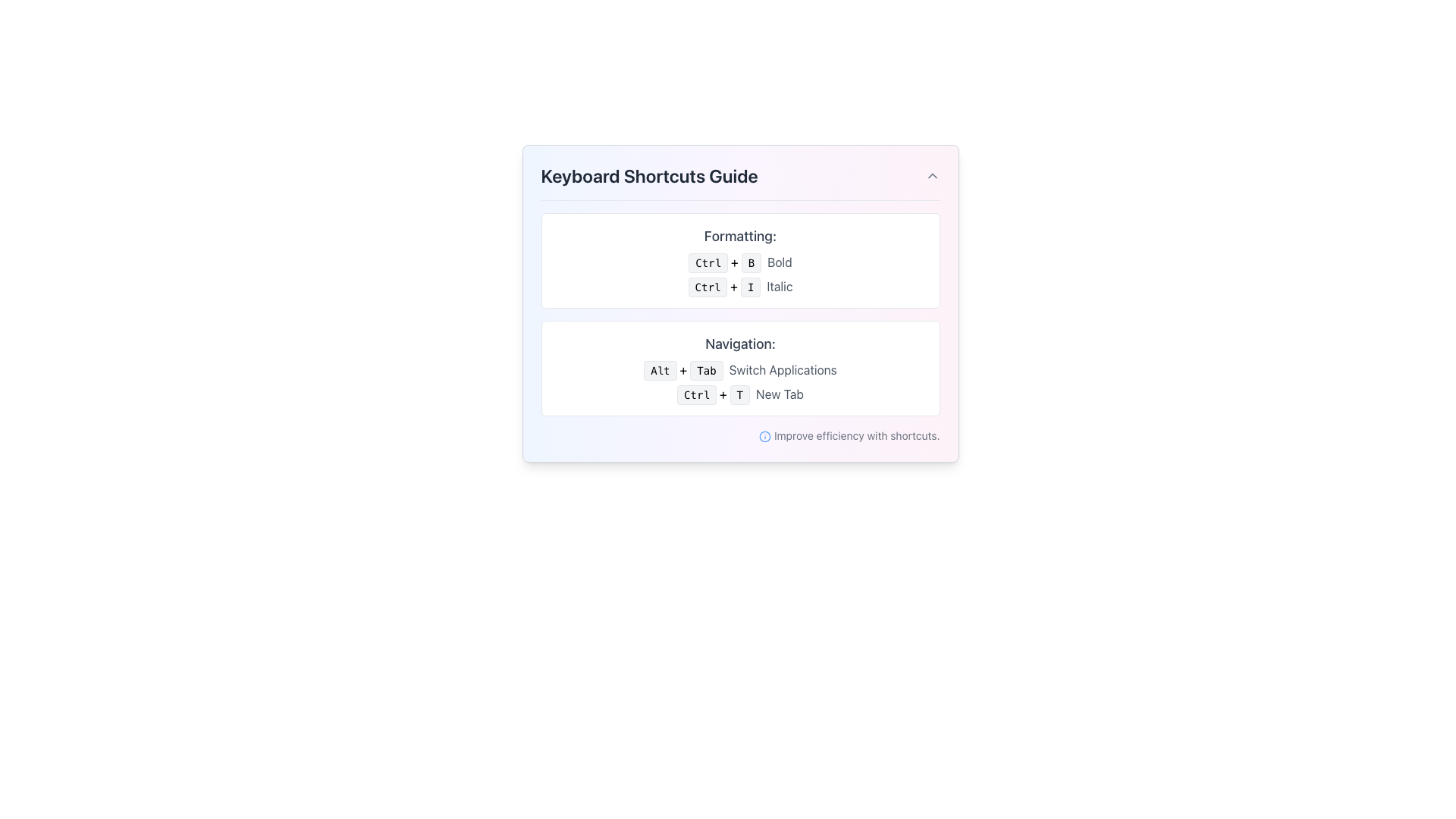  I want to click on displayed text 'I' from the small, rounded text box with a soft gray background and black border, which is part of the keyboard shortcut guide for 'Ctrl+I' under the 'Formatting' section, so click(751, 287).